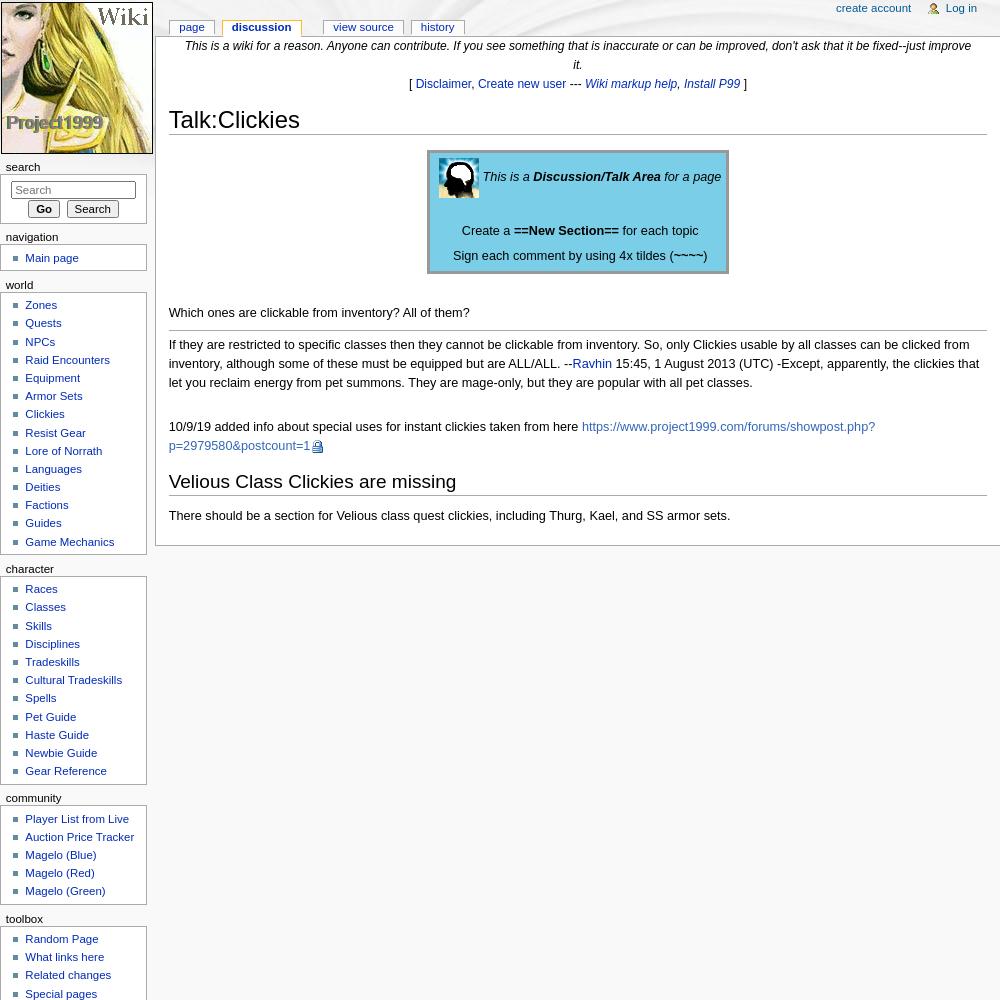 The height and width of the screenshot is (1000, 1000). What do you see at coordinates (960, 8) in the screenshot?
I see `'Log in'` at bounding box center [960, 8].